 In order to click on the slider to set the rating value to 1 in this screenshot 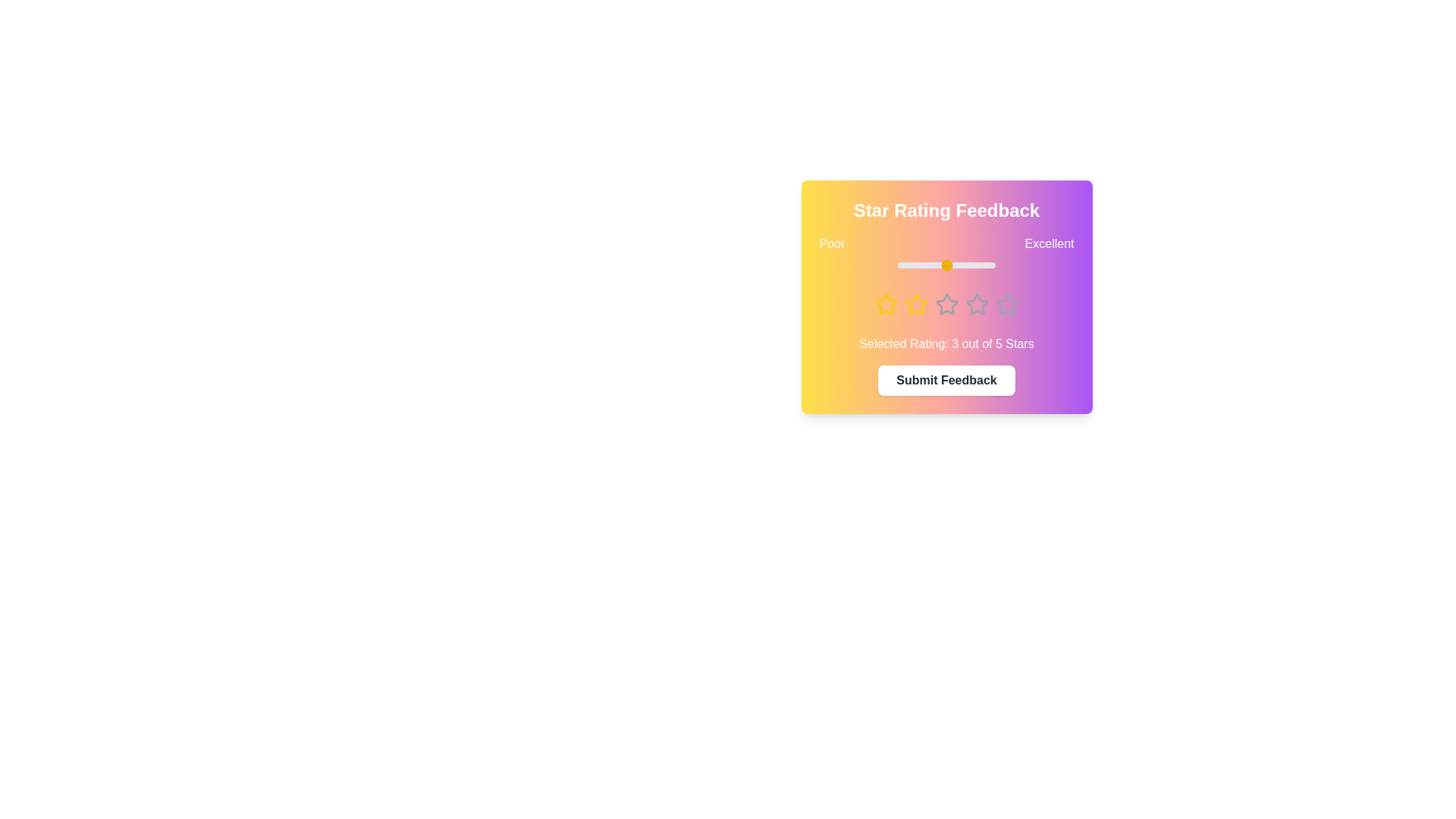, I will do `click(899, 265)`.